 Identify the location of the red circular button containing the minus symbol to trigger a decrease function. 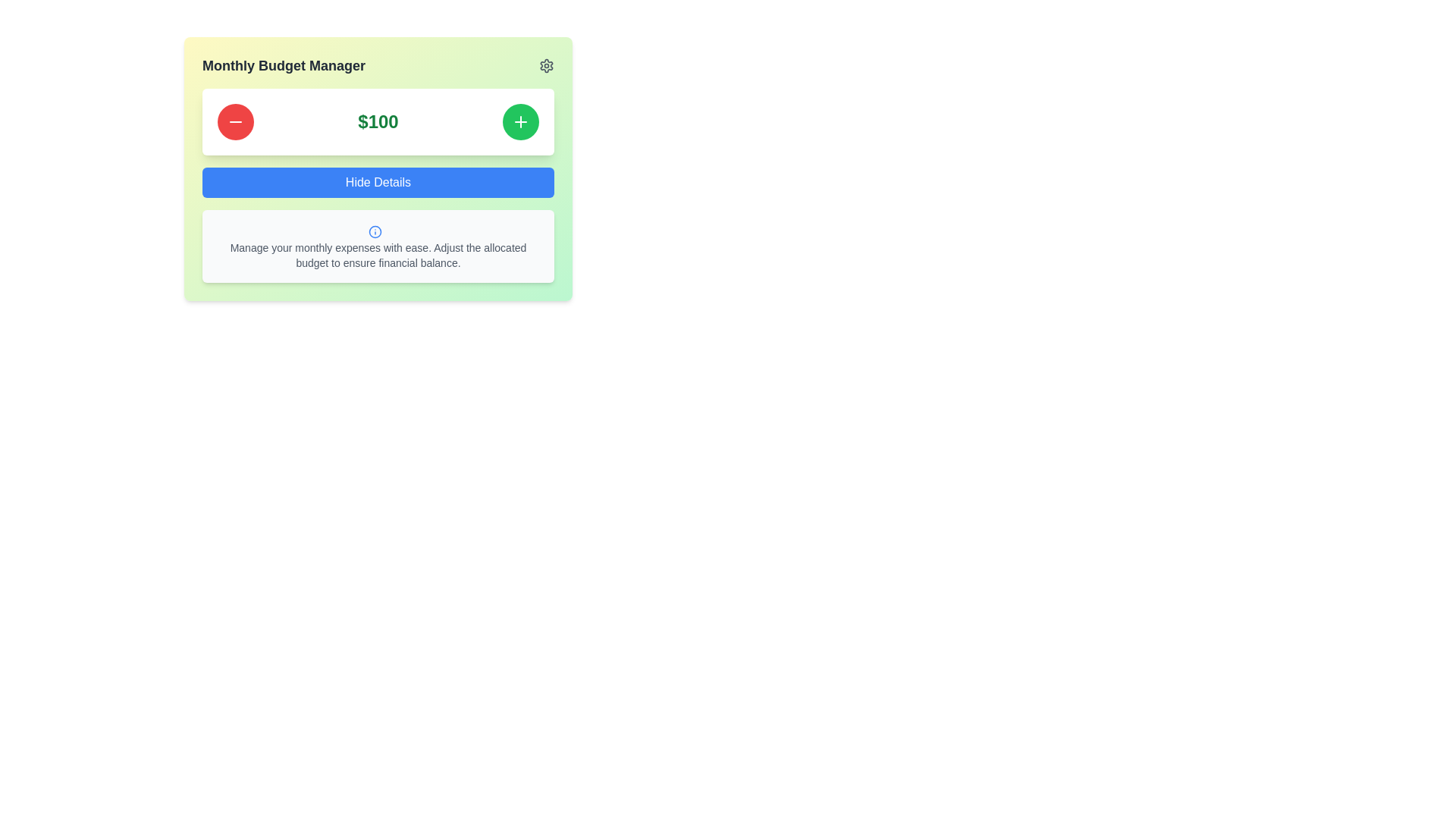
(235, 121).